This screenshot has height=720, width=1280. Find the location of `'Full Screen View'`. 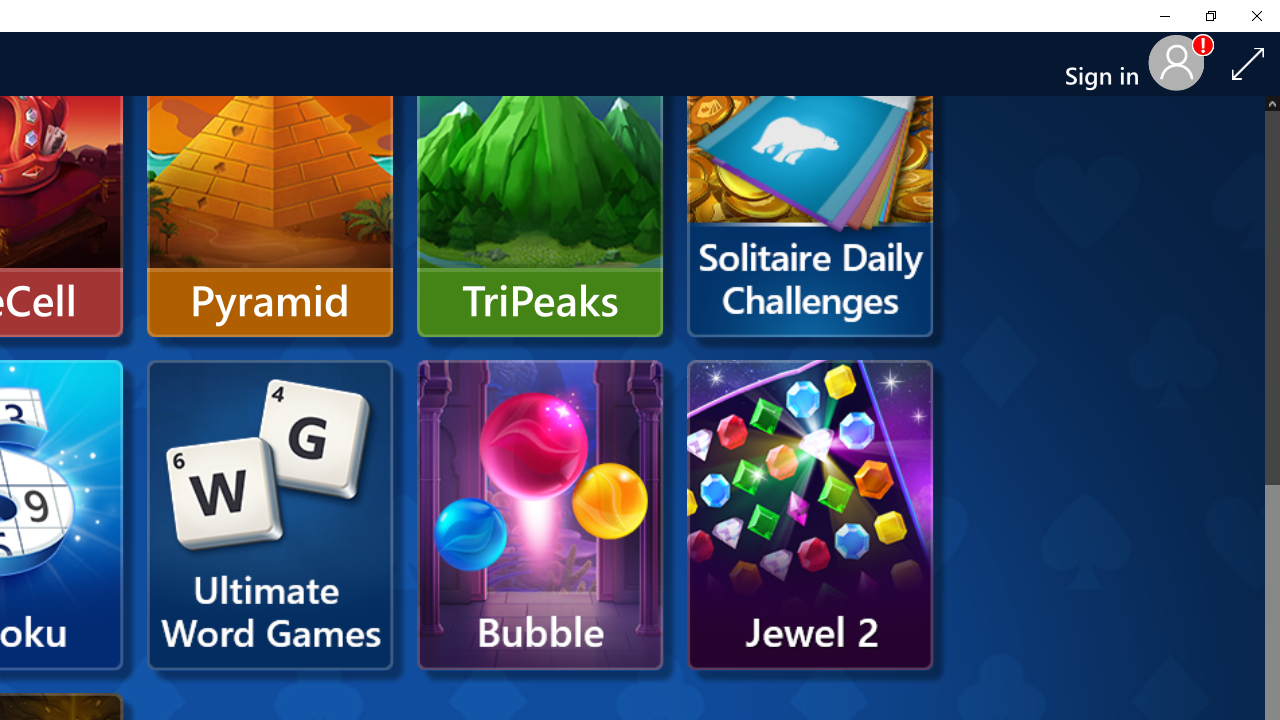

'Full Screen View' is located at coordinates (1247, 62).